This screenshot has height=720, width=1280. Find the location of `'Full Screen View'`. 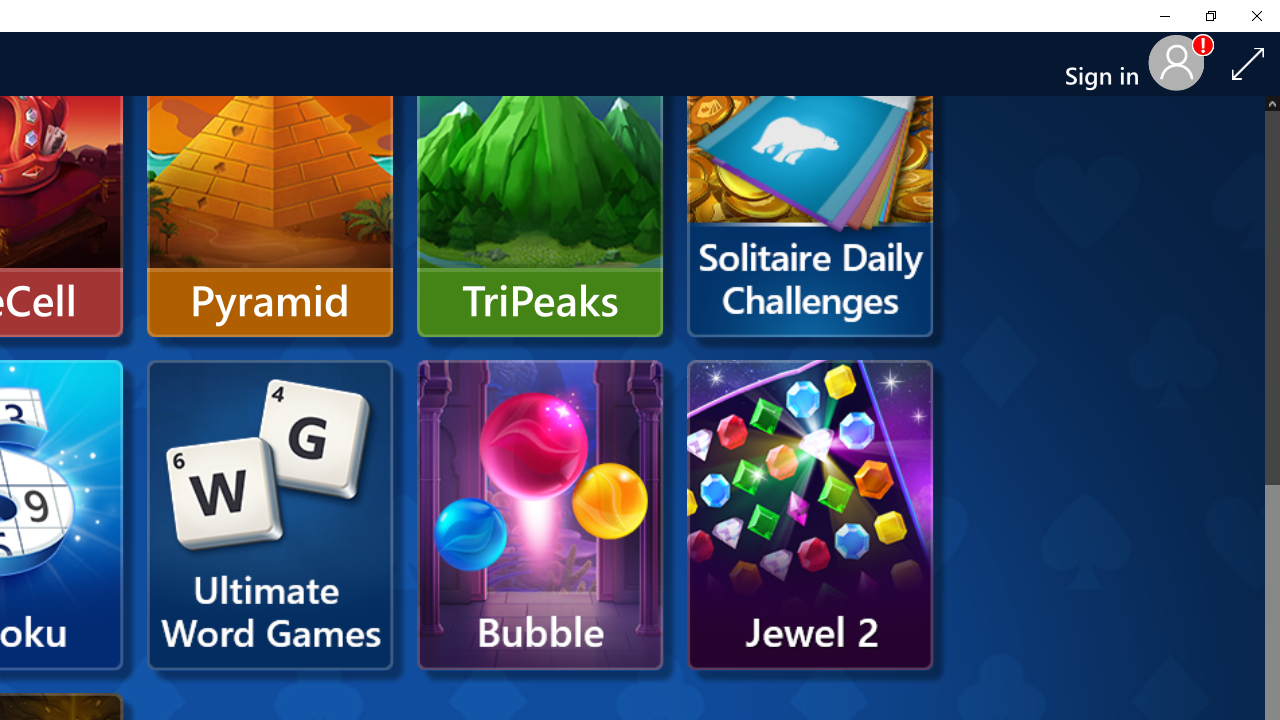

'Full Screen View' is located at coordinates (1247, 62).